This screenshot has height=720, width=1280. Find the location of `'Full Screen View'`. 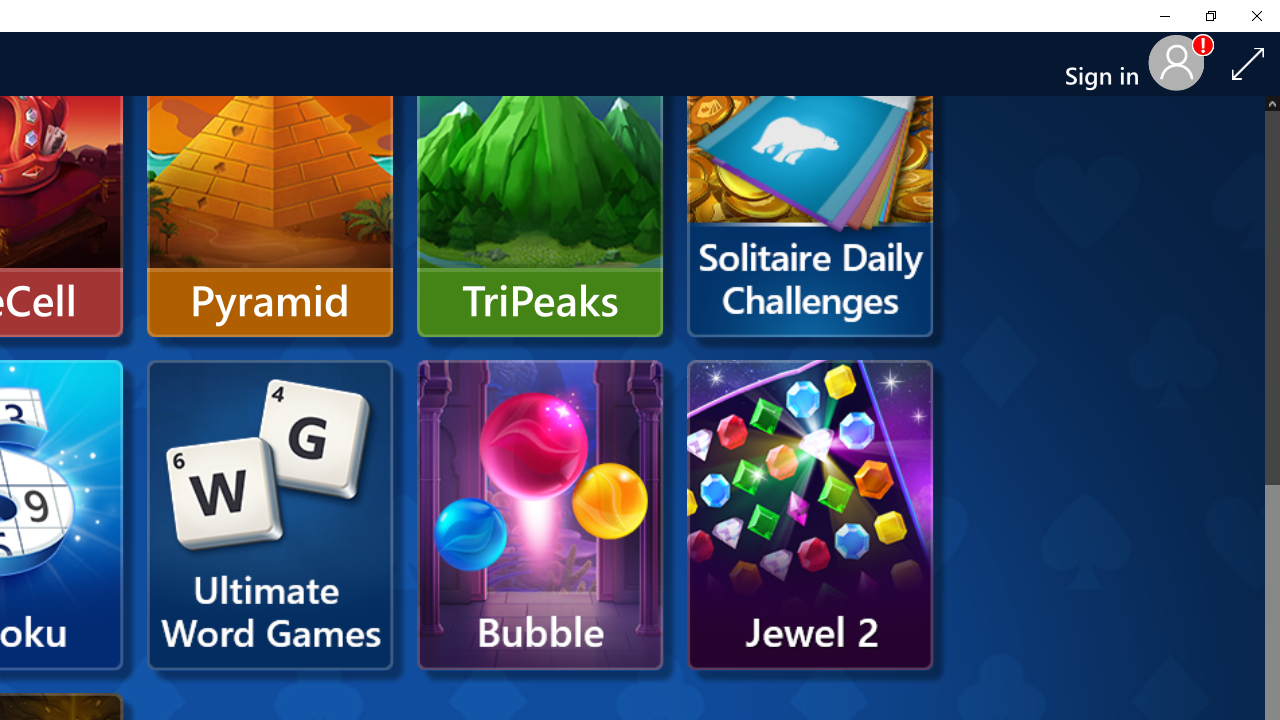

'Full Screen View' is located at coordinates (1247, 62).